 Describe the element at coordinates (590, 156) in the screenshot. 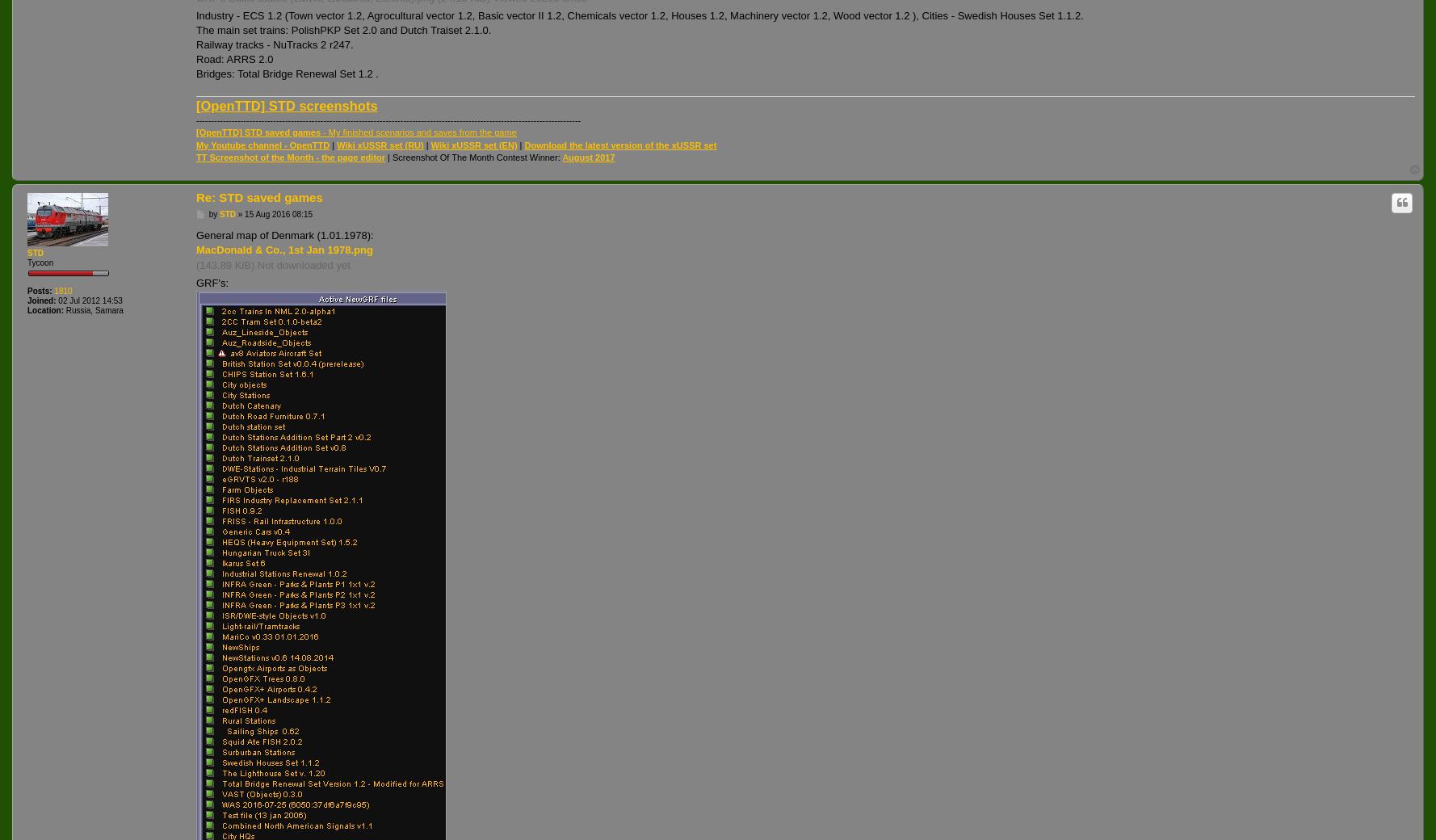

I see `'ugust 2017'` at that location.